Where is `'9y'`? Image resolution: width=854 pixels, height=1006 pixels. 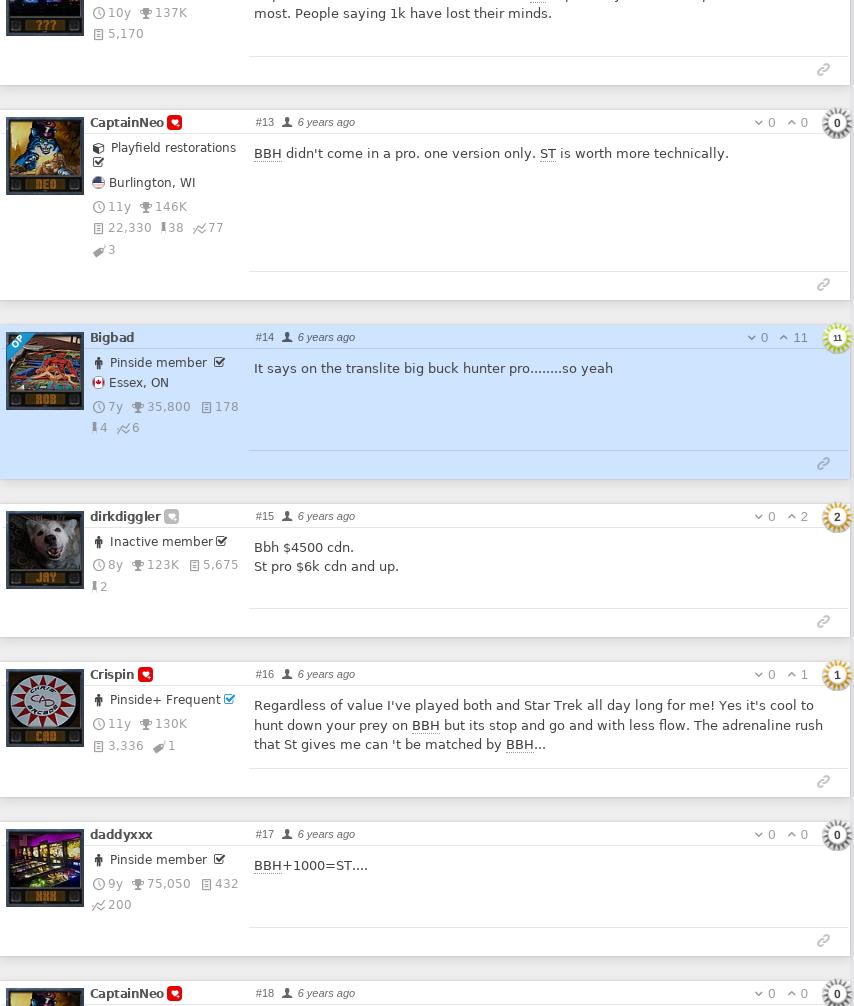 '9y' is located at coordinates (114, 881).